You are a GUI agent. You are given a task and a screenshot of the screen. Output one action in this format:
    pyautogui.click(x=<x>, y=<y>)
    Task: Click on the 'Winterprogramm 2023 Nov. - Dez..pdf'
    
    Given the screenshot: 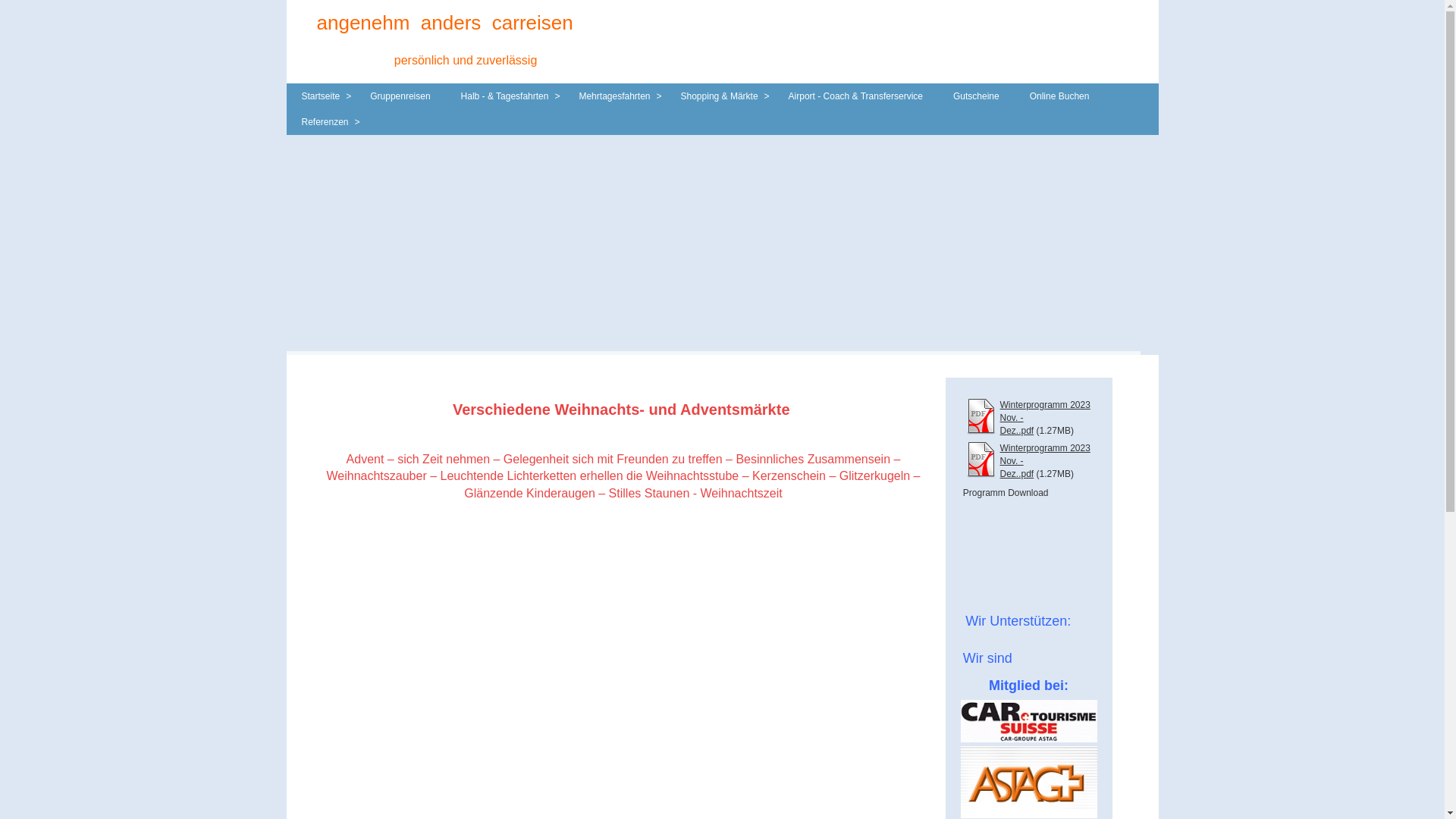 What is the action you would take?
    pyautogui.click(x=999, y=460)
    